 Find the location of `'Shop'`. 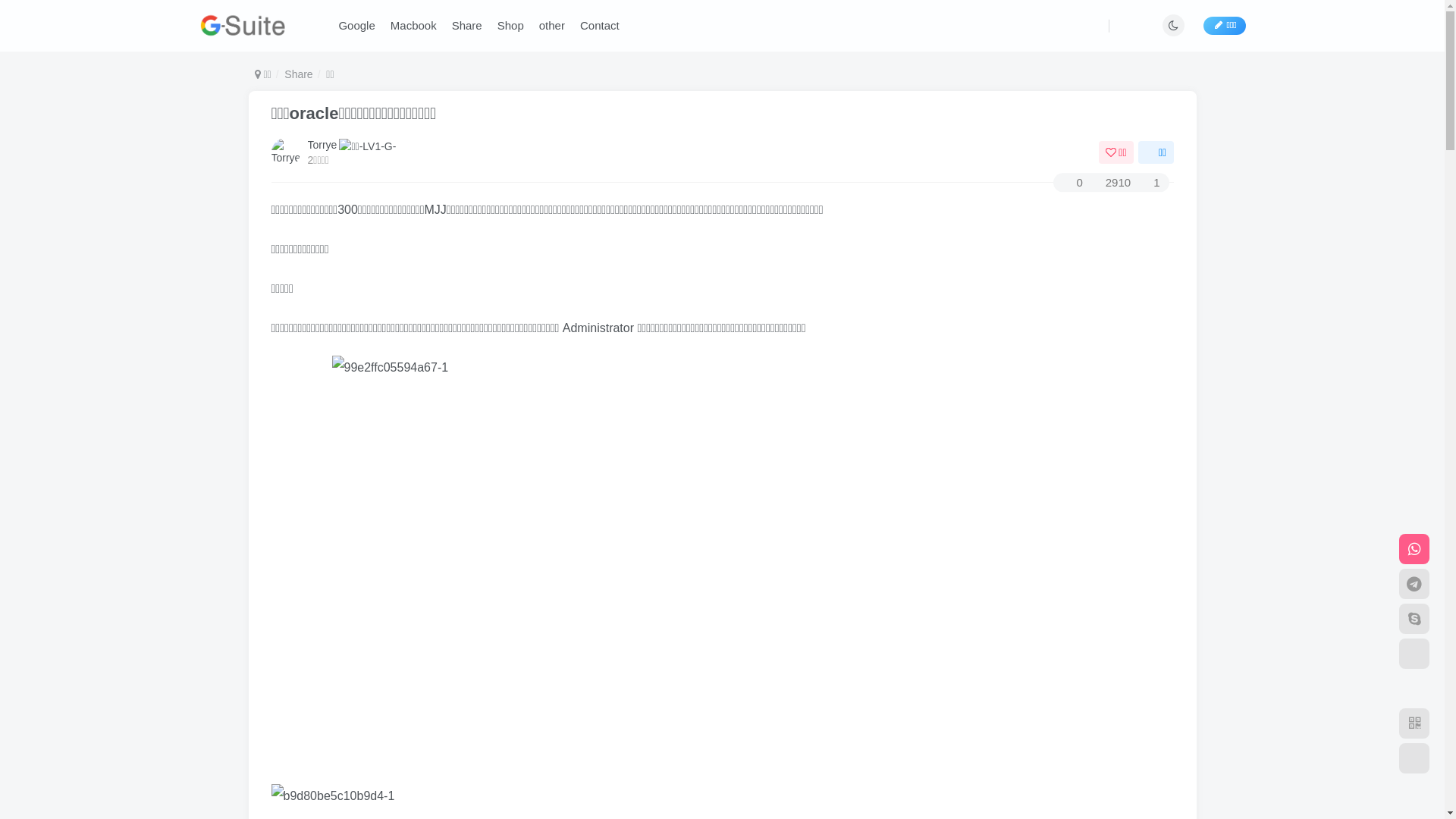

'Shop' is located at coordinates (510, 26).